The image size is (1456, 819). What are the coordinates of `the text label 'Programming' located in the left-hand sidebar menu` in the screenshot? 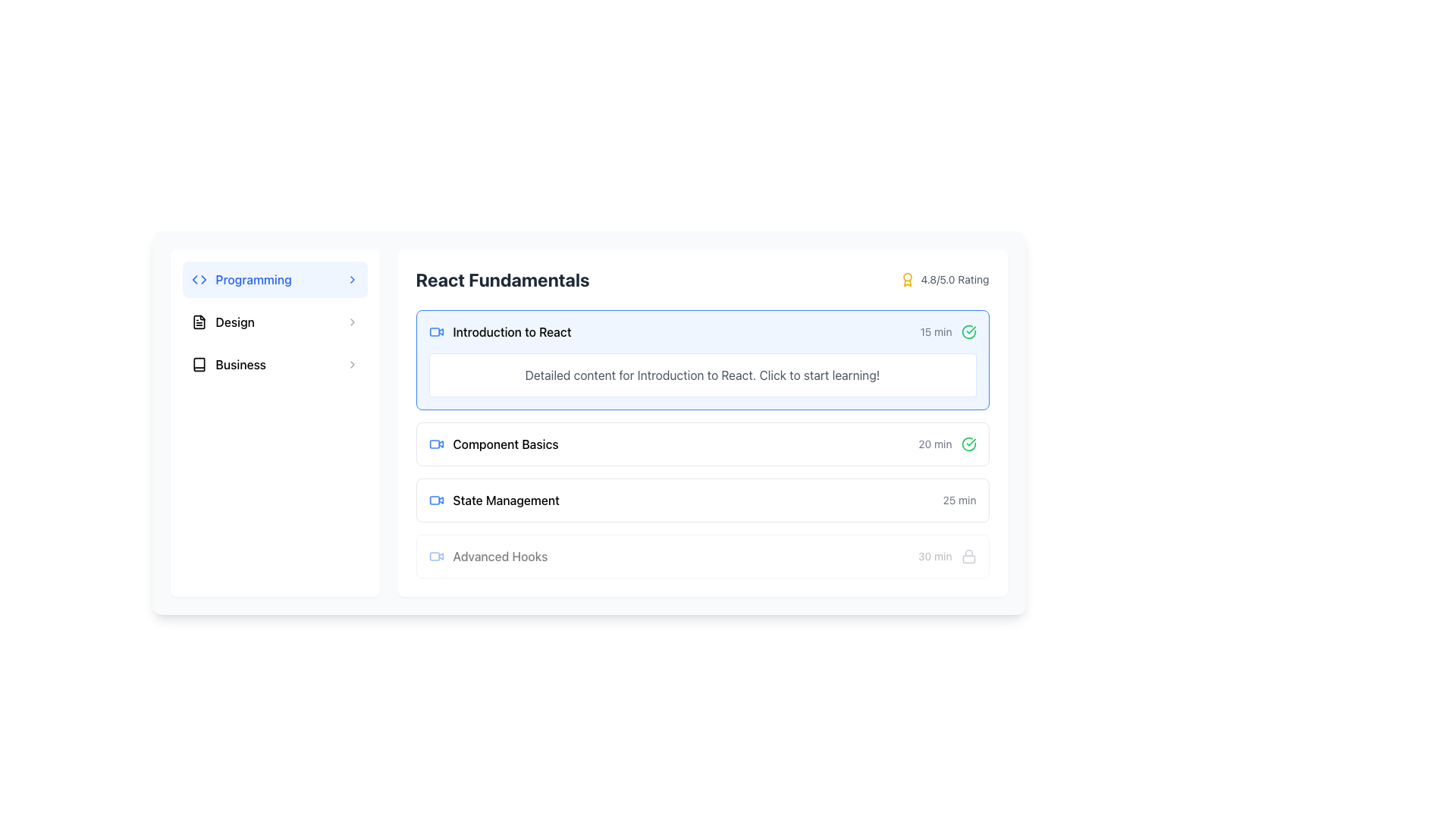 It's located at (253, 280).